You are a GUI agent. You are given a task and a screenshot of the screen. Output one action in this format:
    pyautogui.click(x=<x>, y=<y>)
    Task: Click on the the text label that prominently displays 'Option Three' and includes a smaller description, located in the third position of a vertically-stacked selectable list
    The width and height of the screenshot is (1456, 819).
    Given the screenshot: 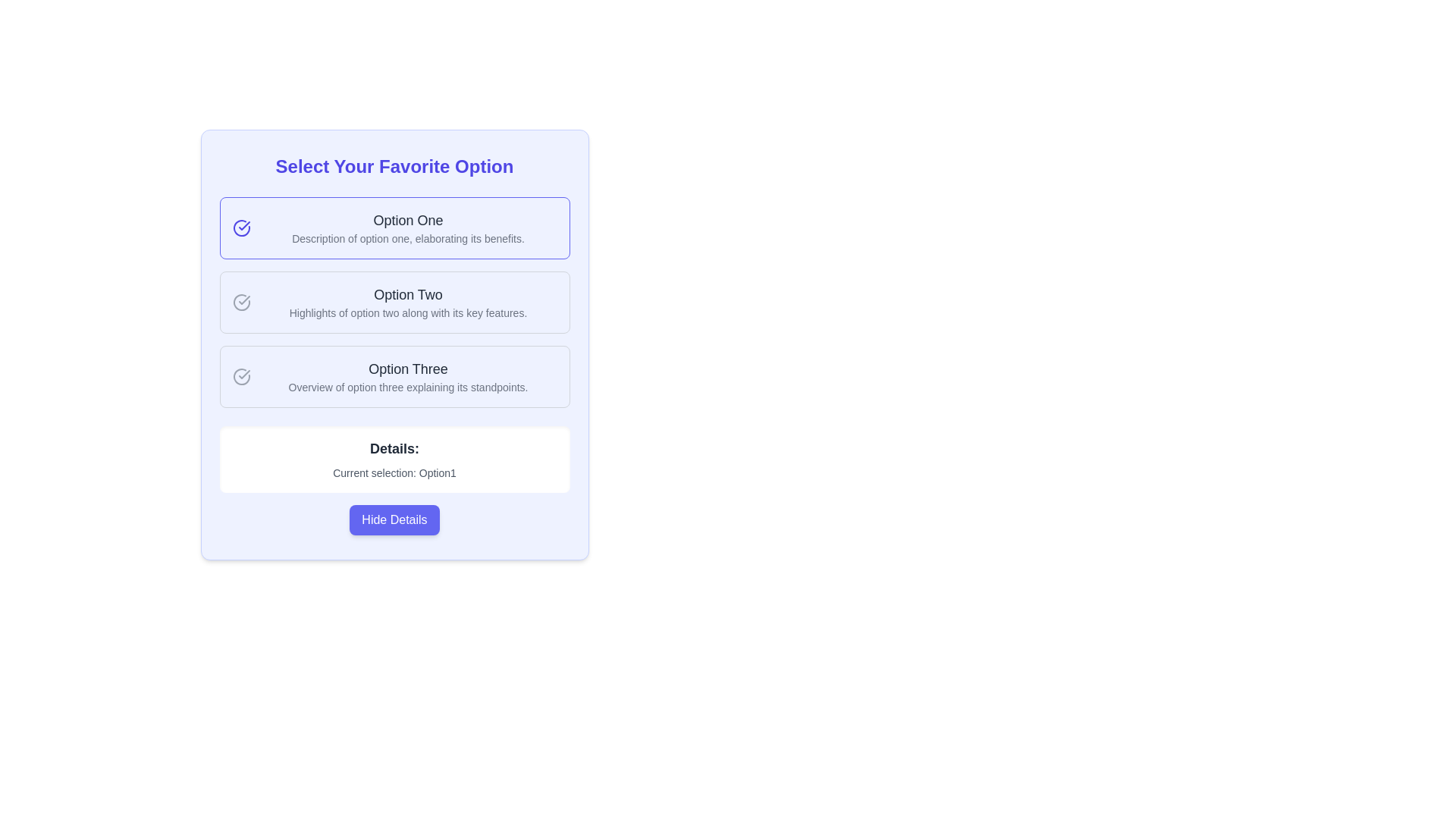 What is the action you would take?
    pyautogui.click(x=408, y=376)
    